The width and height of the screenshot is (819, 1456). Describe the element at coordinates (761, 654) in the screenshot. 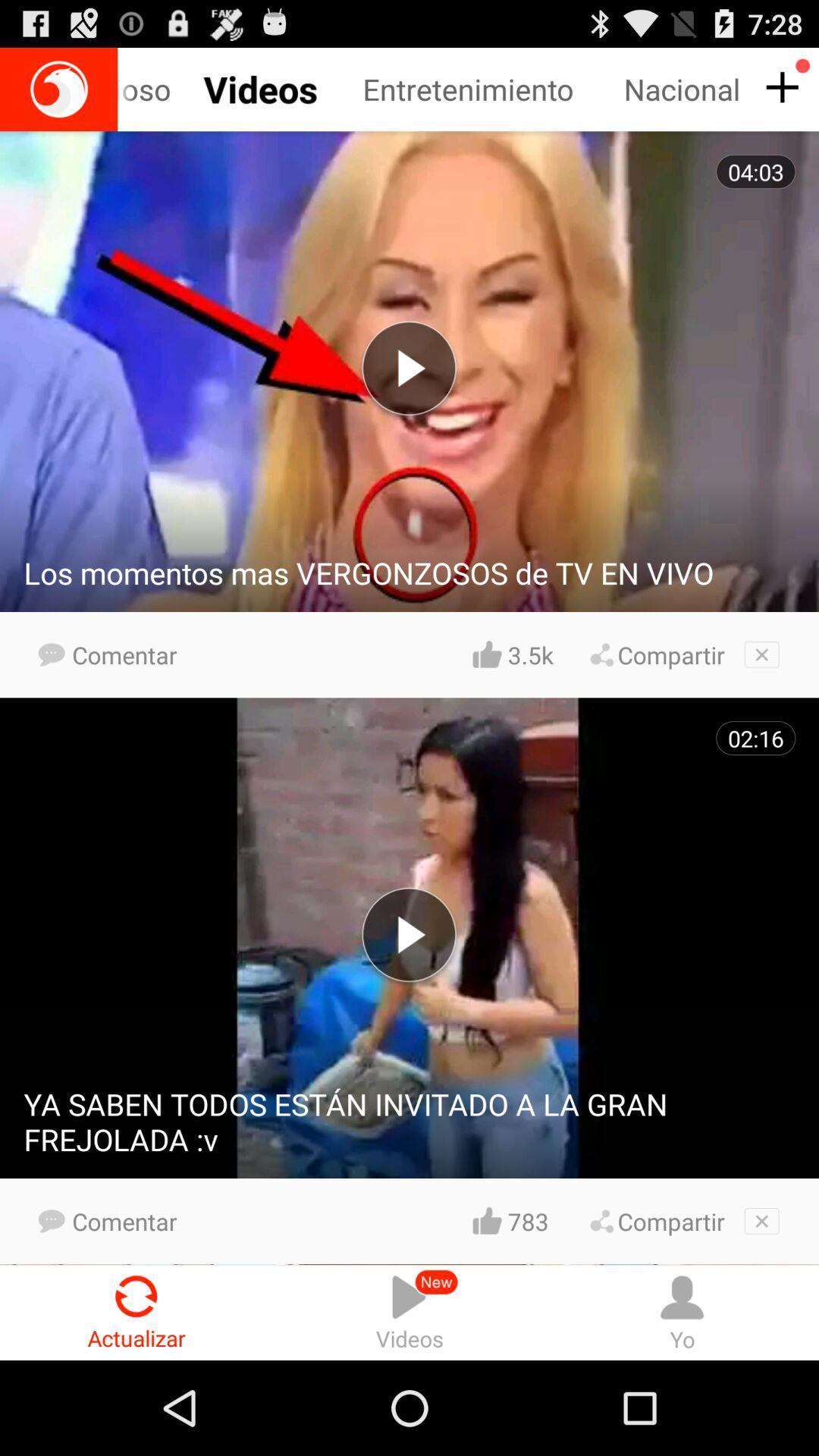

I see `window` at that location.